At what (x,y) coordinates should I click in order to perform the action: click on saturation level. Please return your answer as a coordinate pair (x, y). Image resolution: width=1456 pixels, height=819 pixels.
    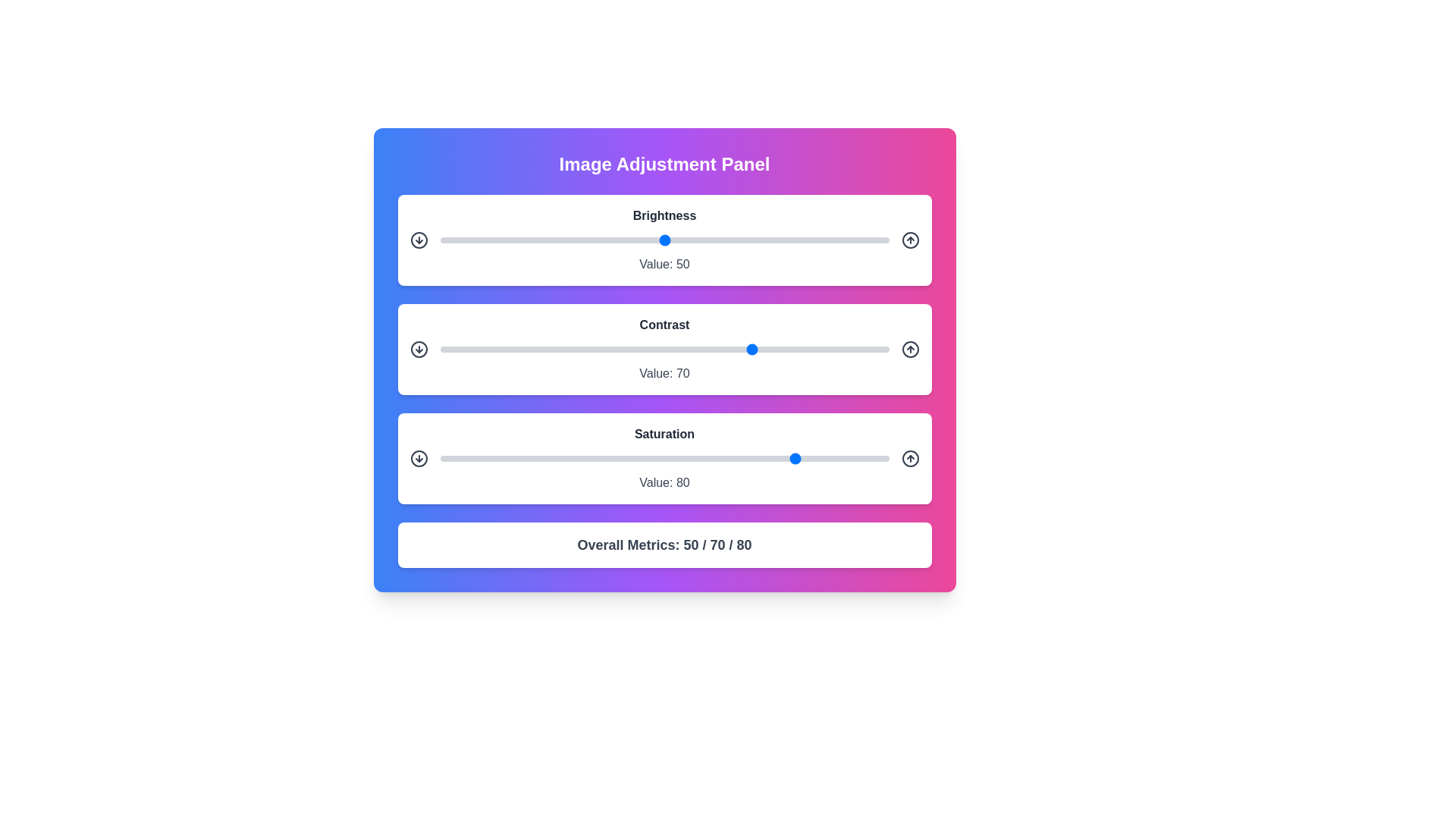
    Looking at the image, I should click on (749, 458).